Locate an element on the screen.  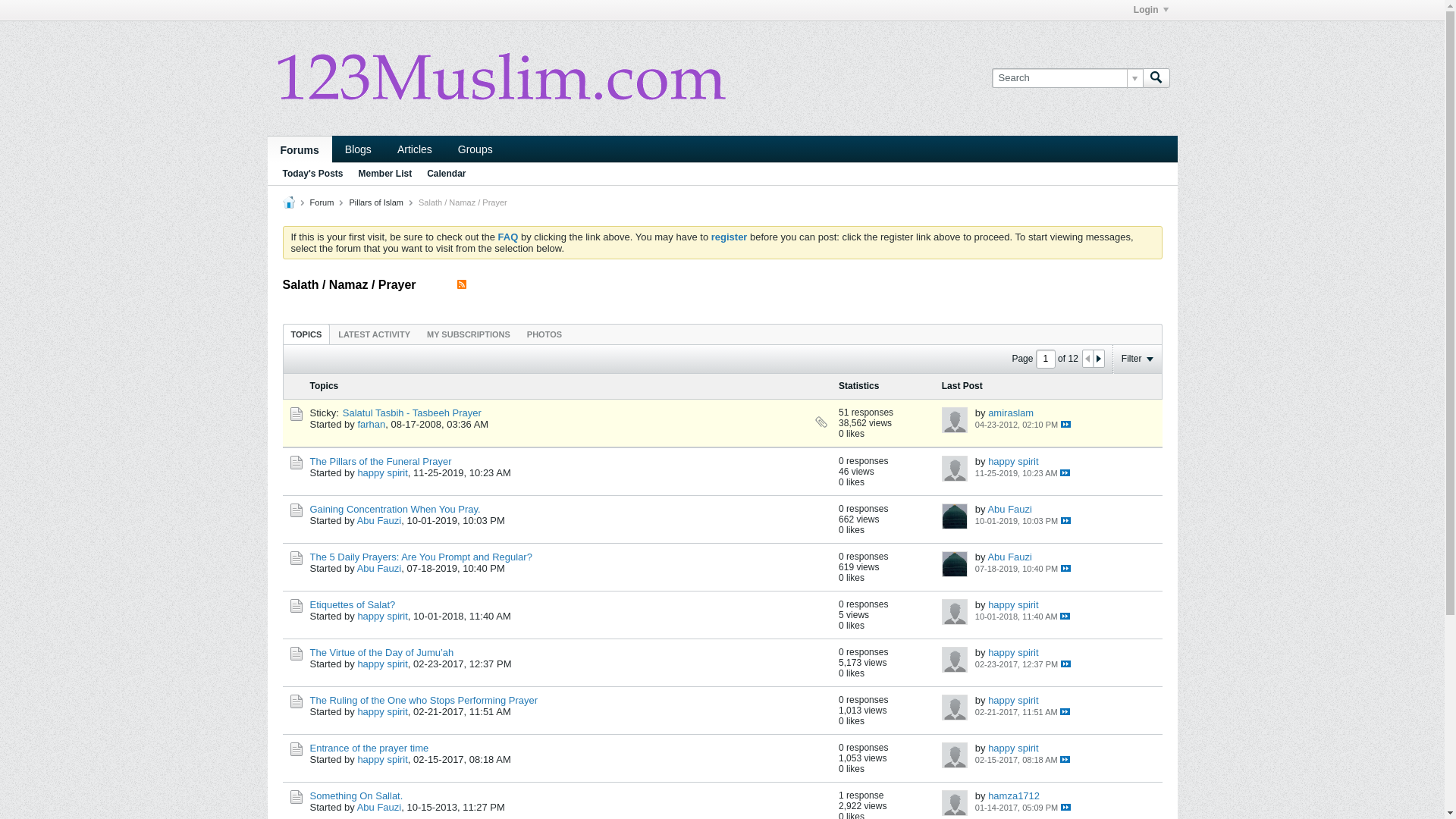
'happy spirit' is located at coordinates (953, 467).